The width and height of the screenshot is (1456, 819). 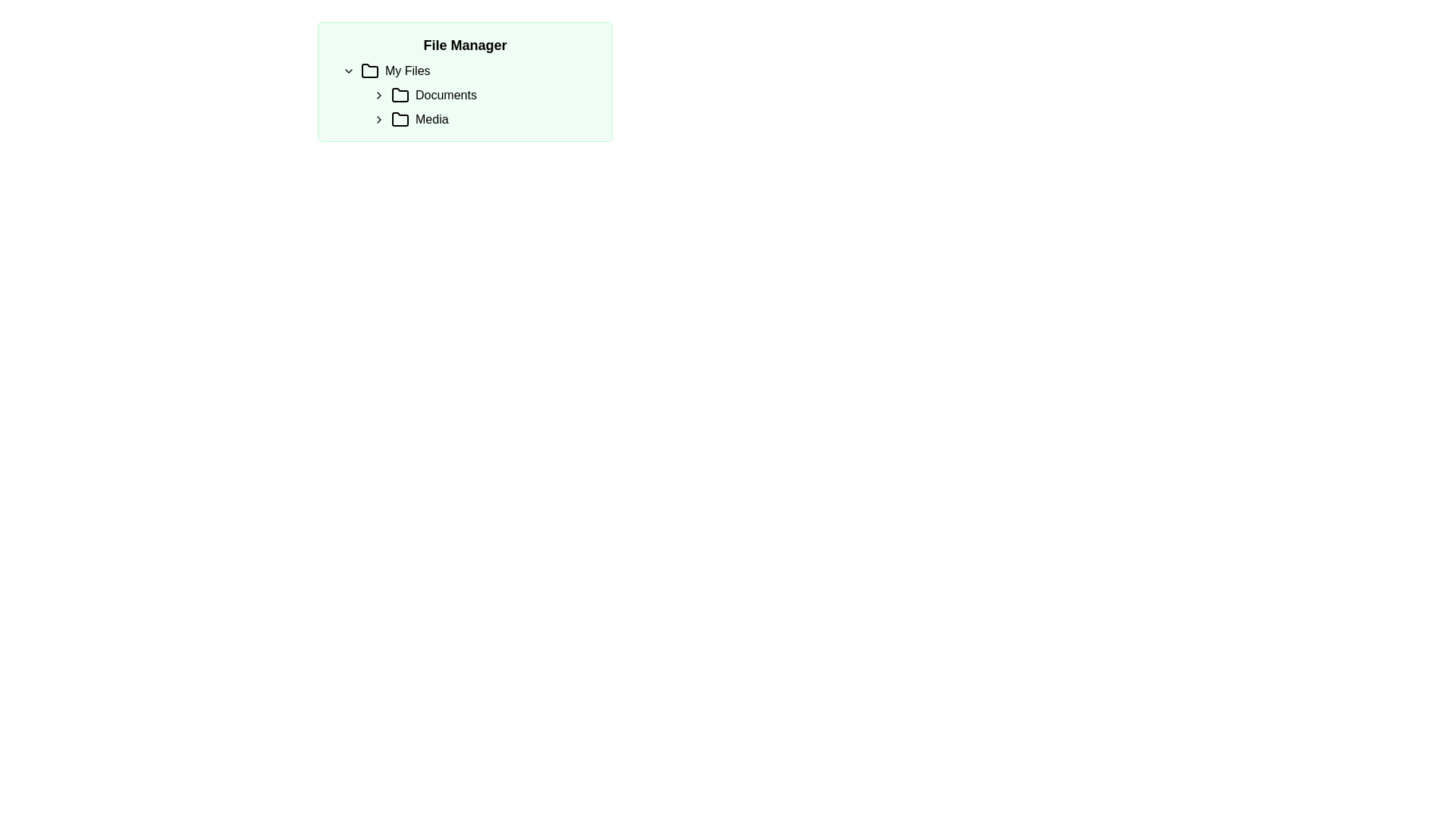 I want to click on the 'Media' folder icon, so click(x=400, y=119).